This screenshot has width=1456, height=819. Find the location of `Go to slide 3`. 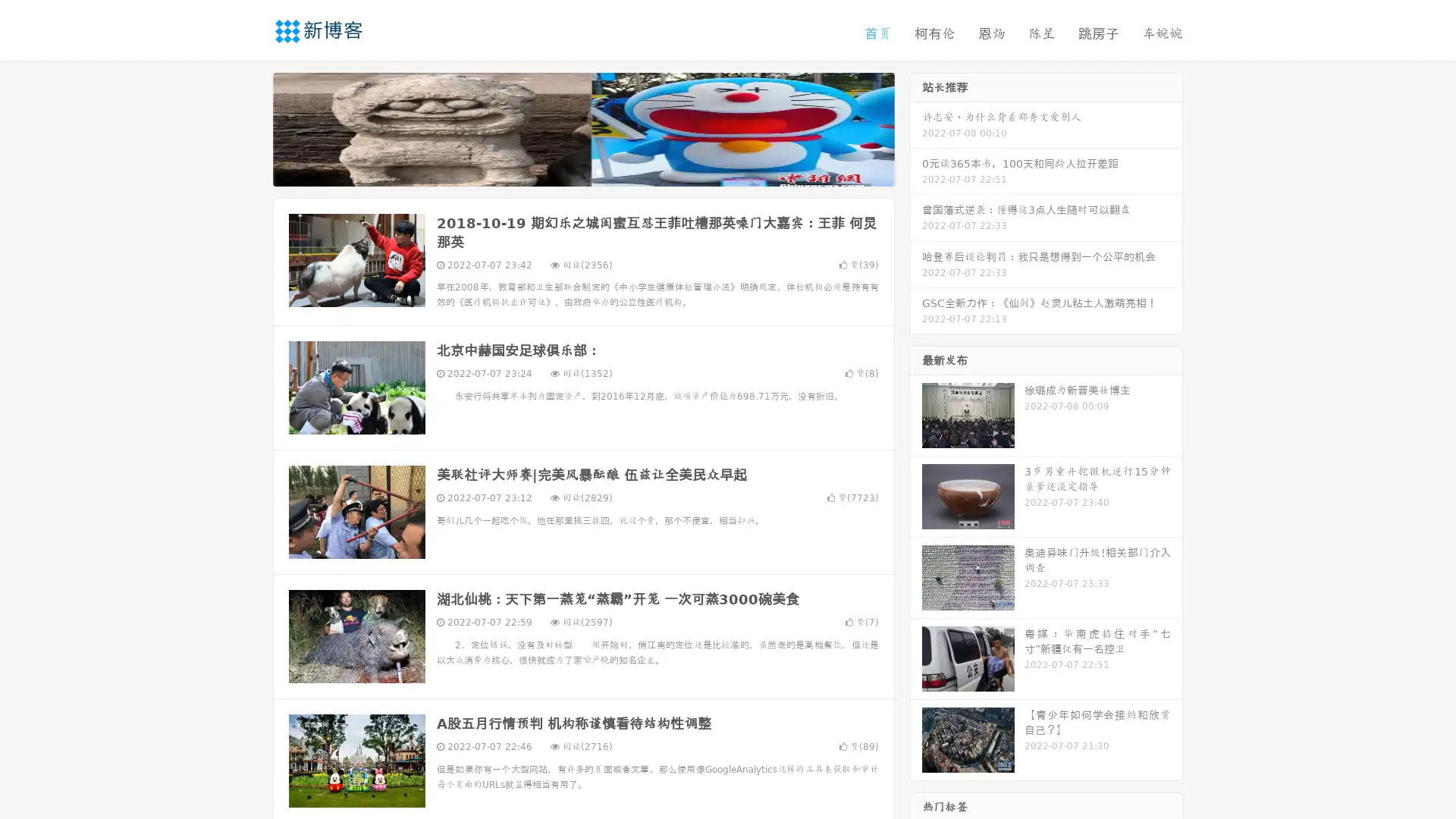

Go to slide 3 is located at coordinates (598, 171).